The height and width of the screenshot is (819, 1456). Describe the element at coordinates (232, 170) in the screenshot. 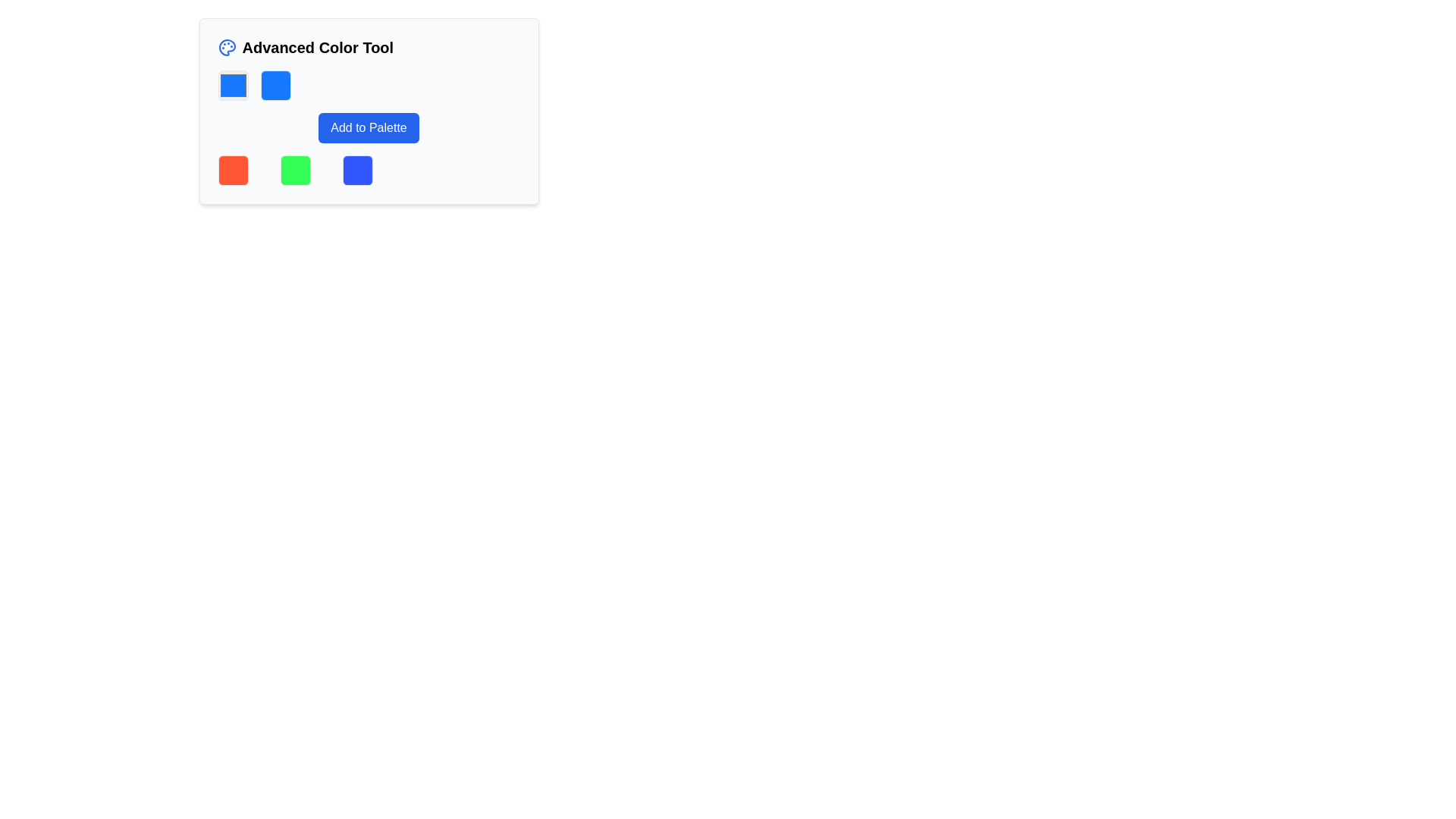

I see `the color selection box with a red background and rounded corners, located below the title 'Advanced Color Tool'` at that location.